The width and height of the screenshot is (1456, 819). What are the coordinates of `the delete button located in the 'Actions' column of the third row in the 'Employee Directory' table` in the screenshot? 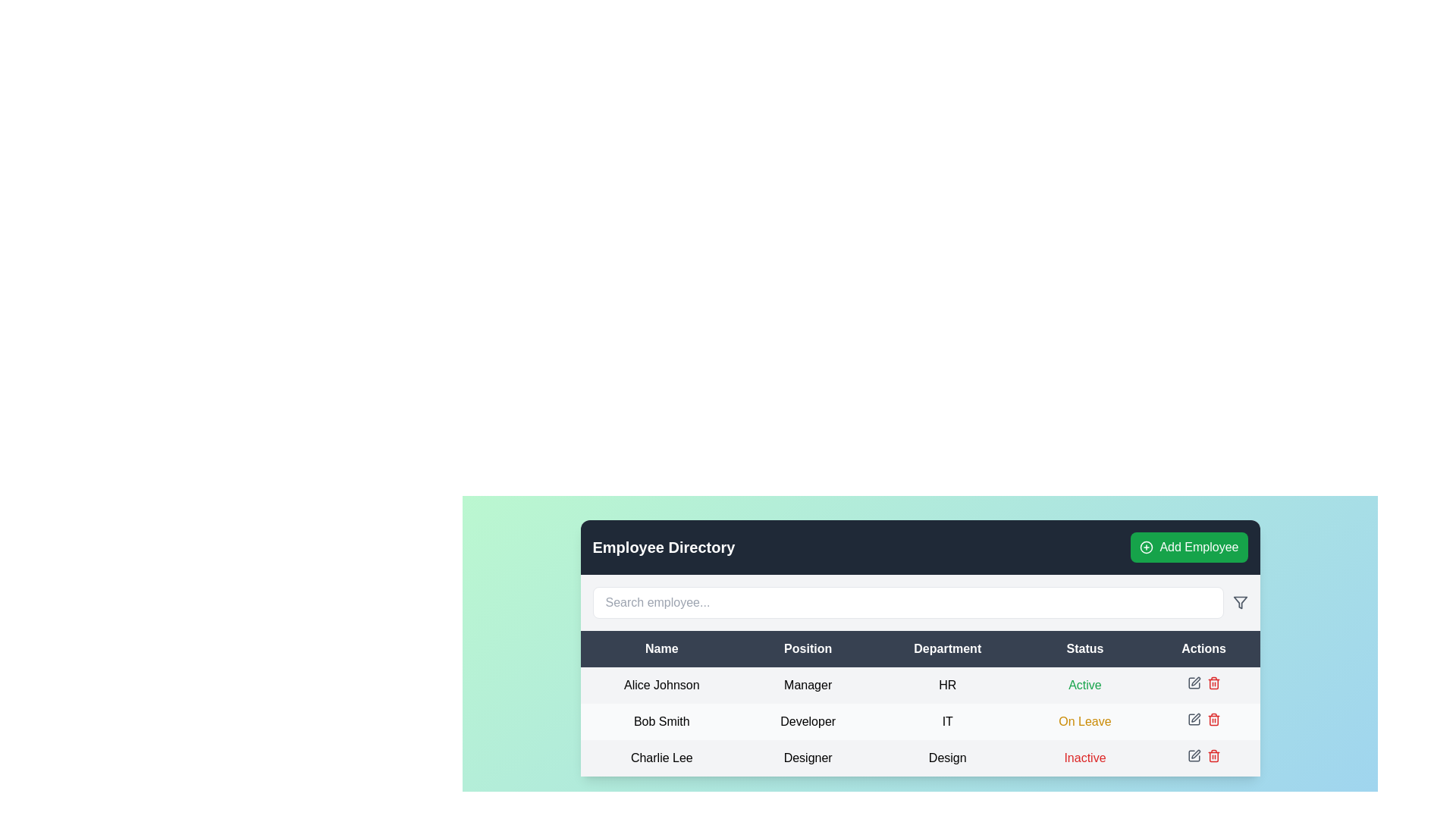 It's located at (1213, 718).